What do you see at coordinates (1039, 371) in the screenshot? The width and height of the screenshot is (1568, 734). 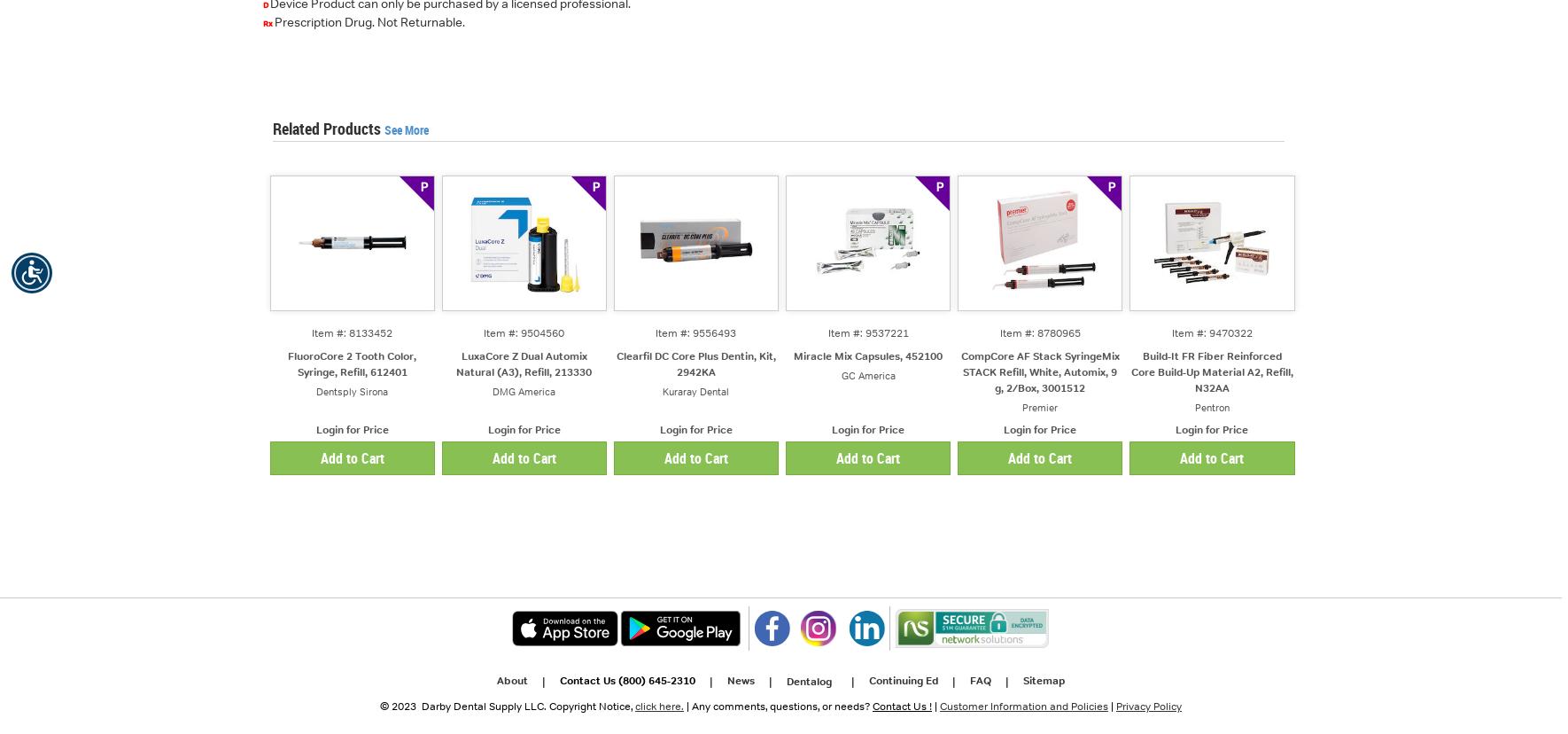 I see `'CompCore AF Stack  SyringeMix STACK Refill, White, Automix, 9 g, 2/Box, 3001512'` at bounding box center [1039, 371].